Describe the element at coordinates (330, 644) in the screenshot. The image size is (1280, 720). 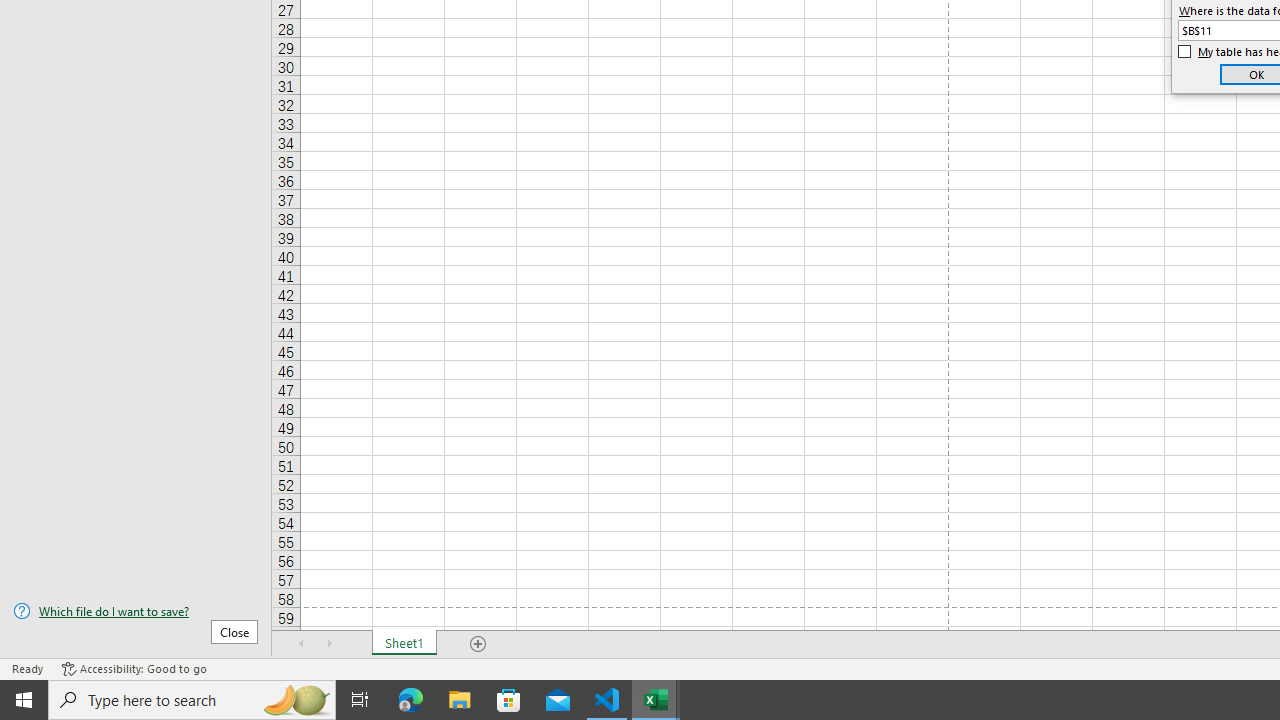
I see `'Scroll Right'` at that location.